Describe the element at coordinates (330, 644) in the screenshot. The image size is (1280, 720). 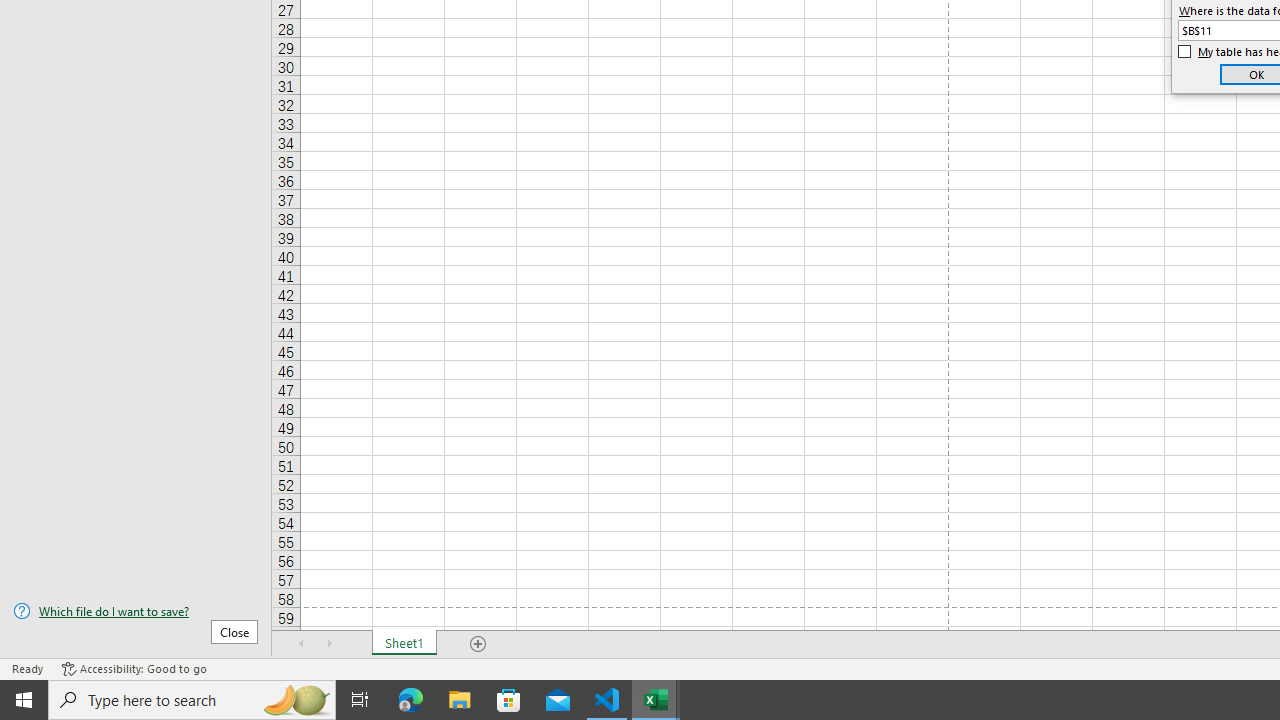
I see `'Scroll Right'` at that location.